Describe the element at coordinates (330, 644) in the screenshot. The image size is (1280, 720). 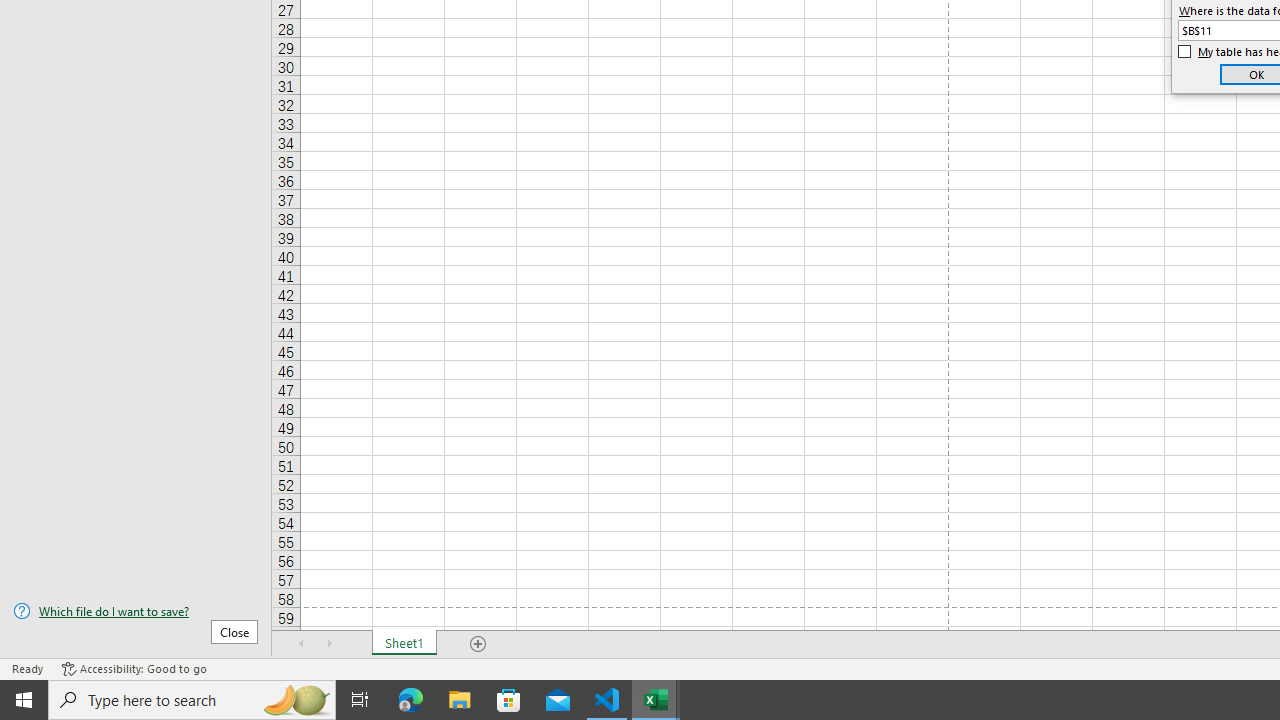
I see `'Scroll Right'` at that location.